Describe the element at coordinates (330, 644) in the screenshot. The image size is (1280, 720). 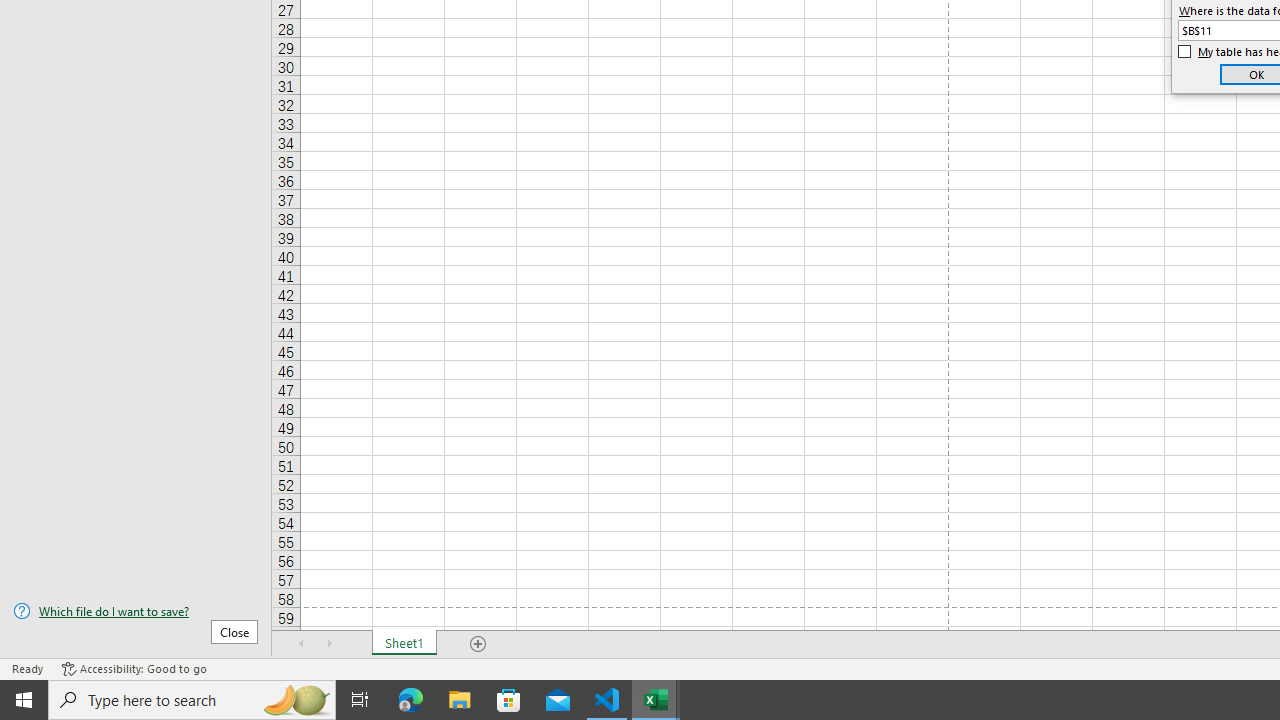
I see `'Scroll Right'` at that location.